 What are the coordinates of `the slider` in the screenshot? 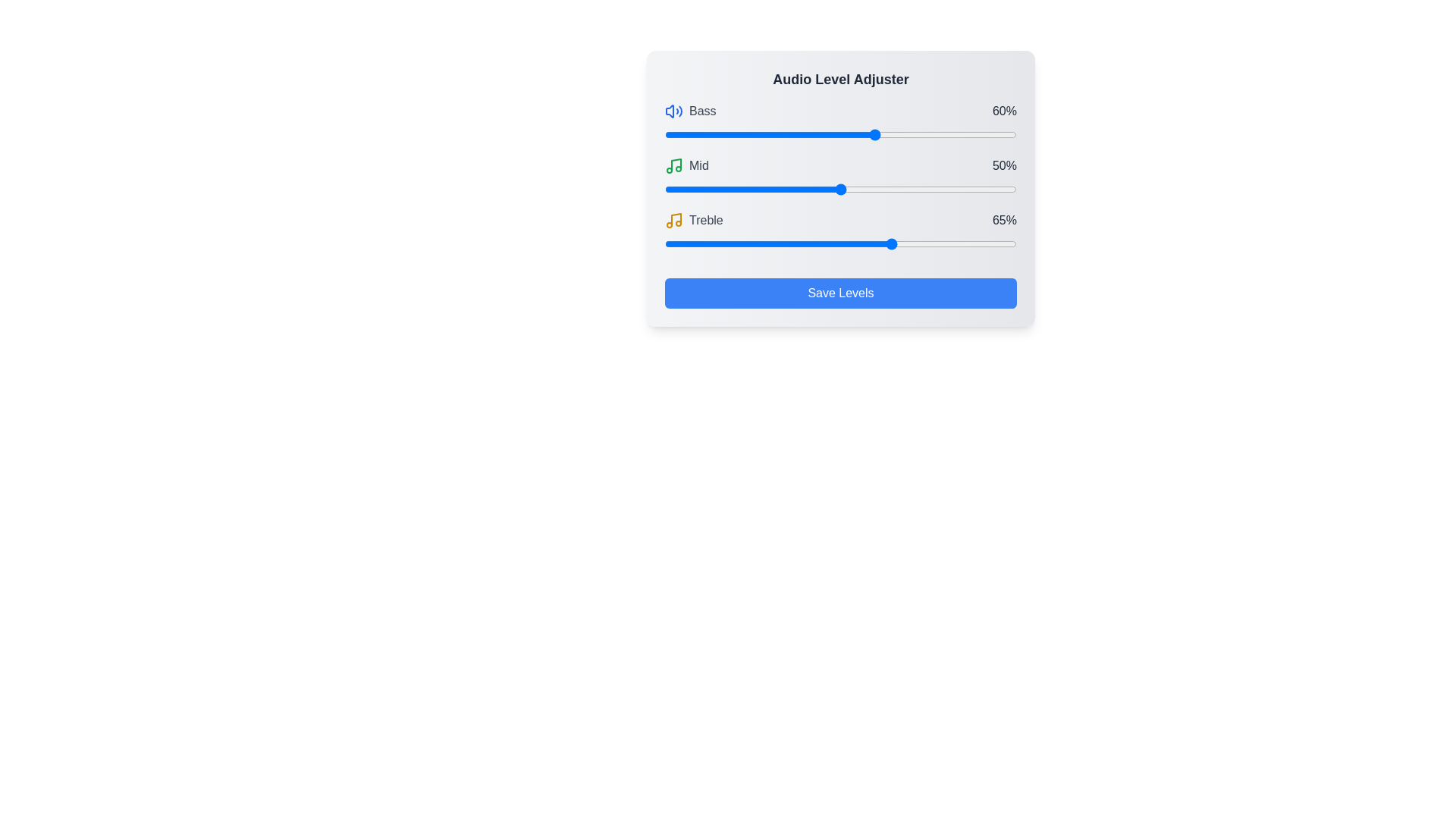 It's located at (880, 243).